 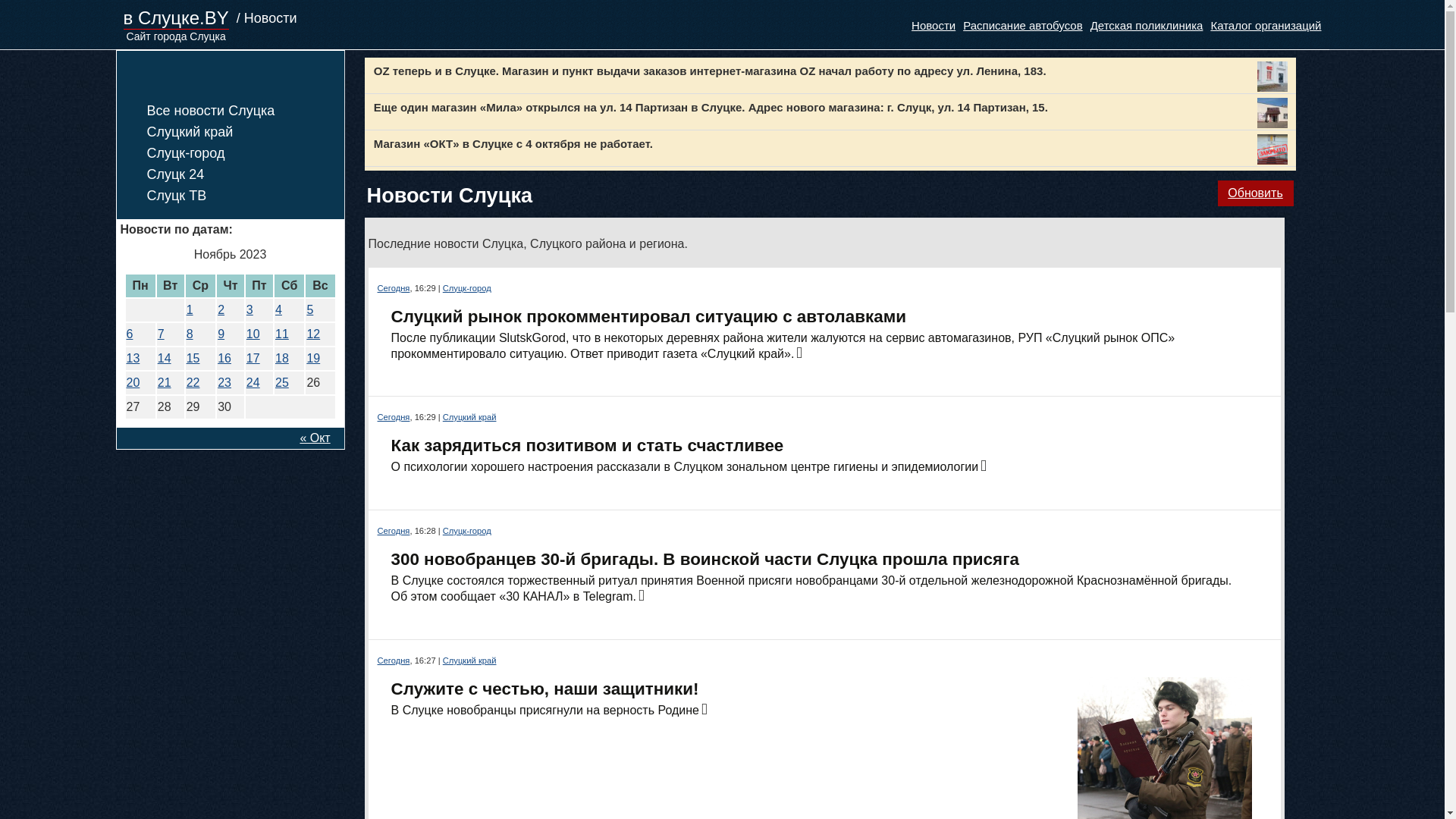 What do you see at coordinates (253, 381) in the screenshot?
I see `'24'` at bounding box center [253, 381].